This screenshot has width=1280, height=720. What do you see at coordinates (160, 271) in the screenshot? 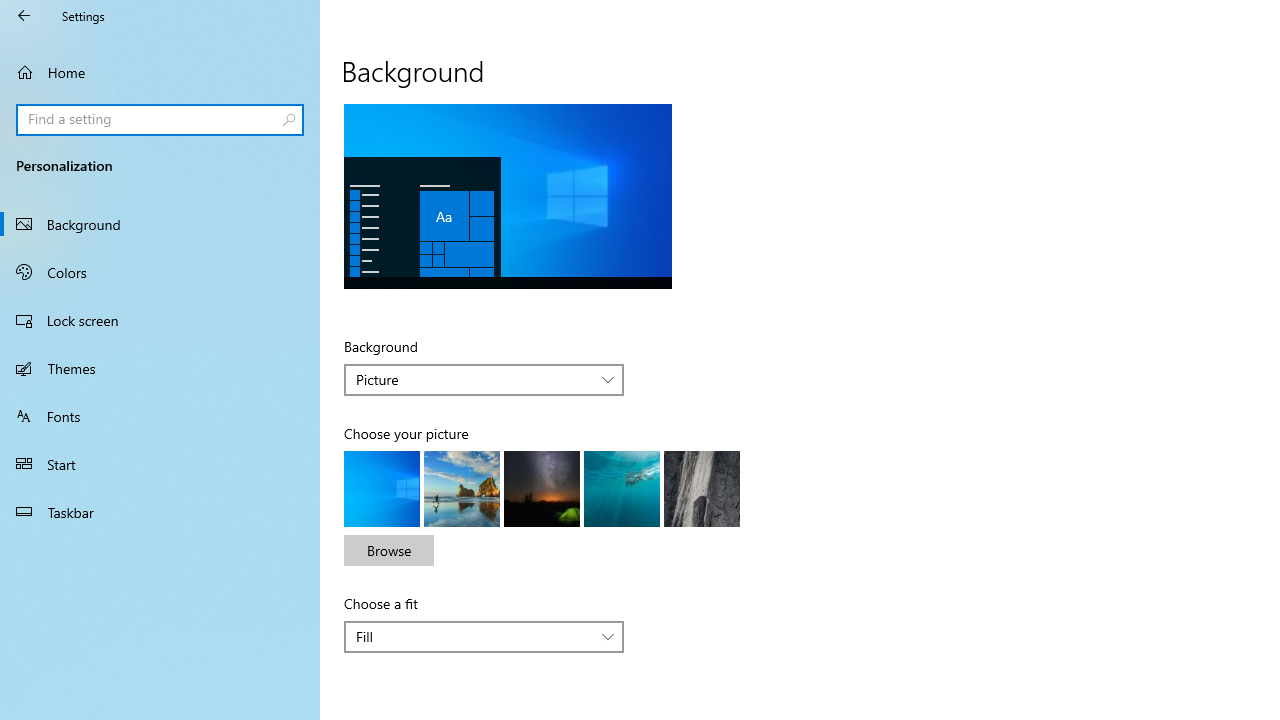
I see `'Colors'` at bounding box center [160, 271].